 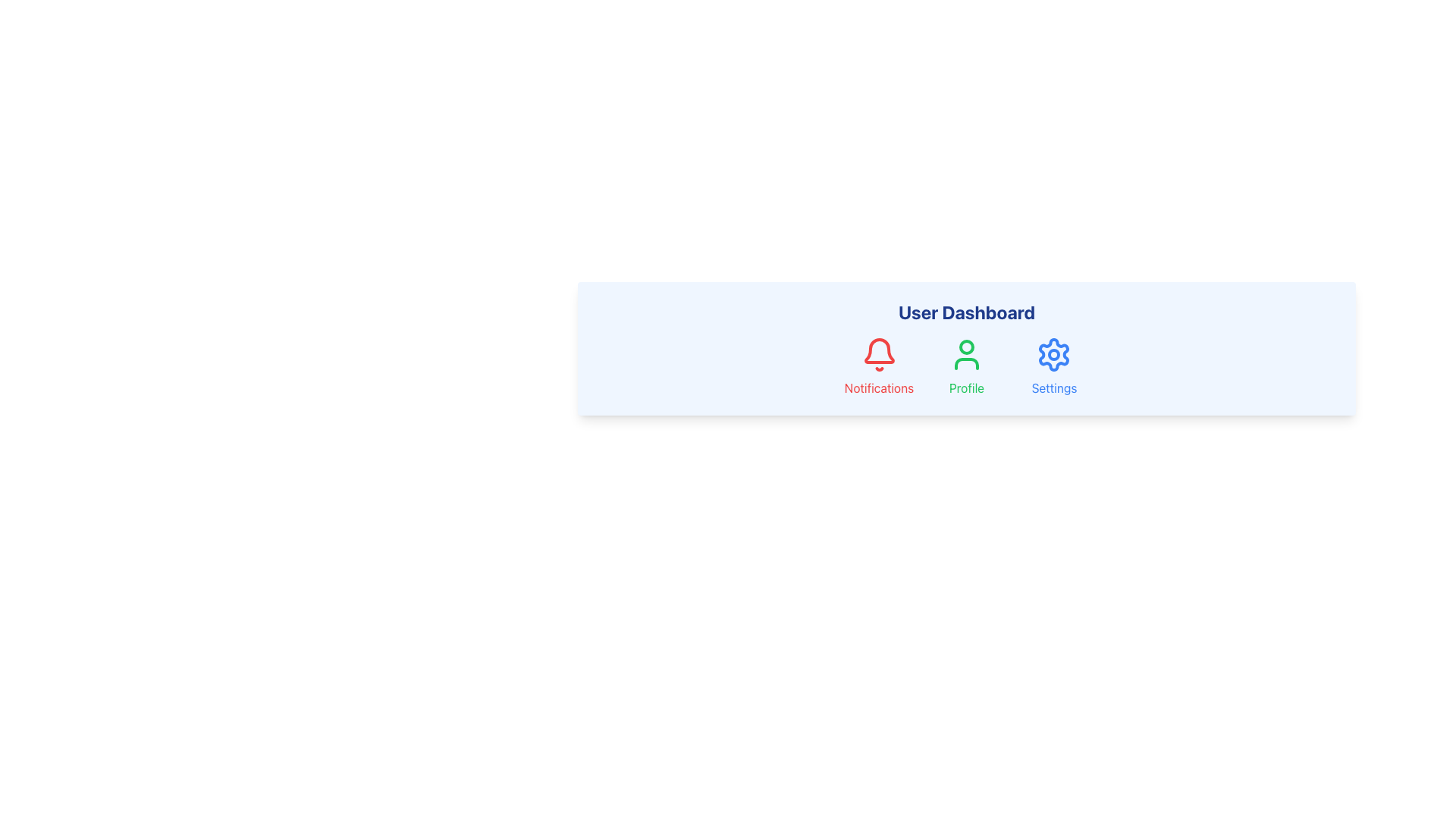 What do you see at coordinates (1053, 366) in the screenshot?
I see `the blue gear icon labeled 'Settings' located in the top-right corner of the row for keyboard interaction` at bounding box center [1053, 366].